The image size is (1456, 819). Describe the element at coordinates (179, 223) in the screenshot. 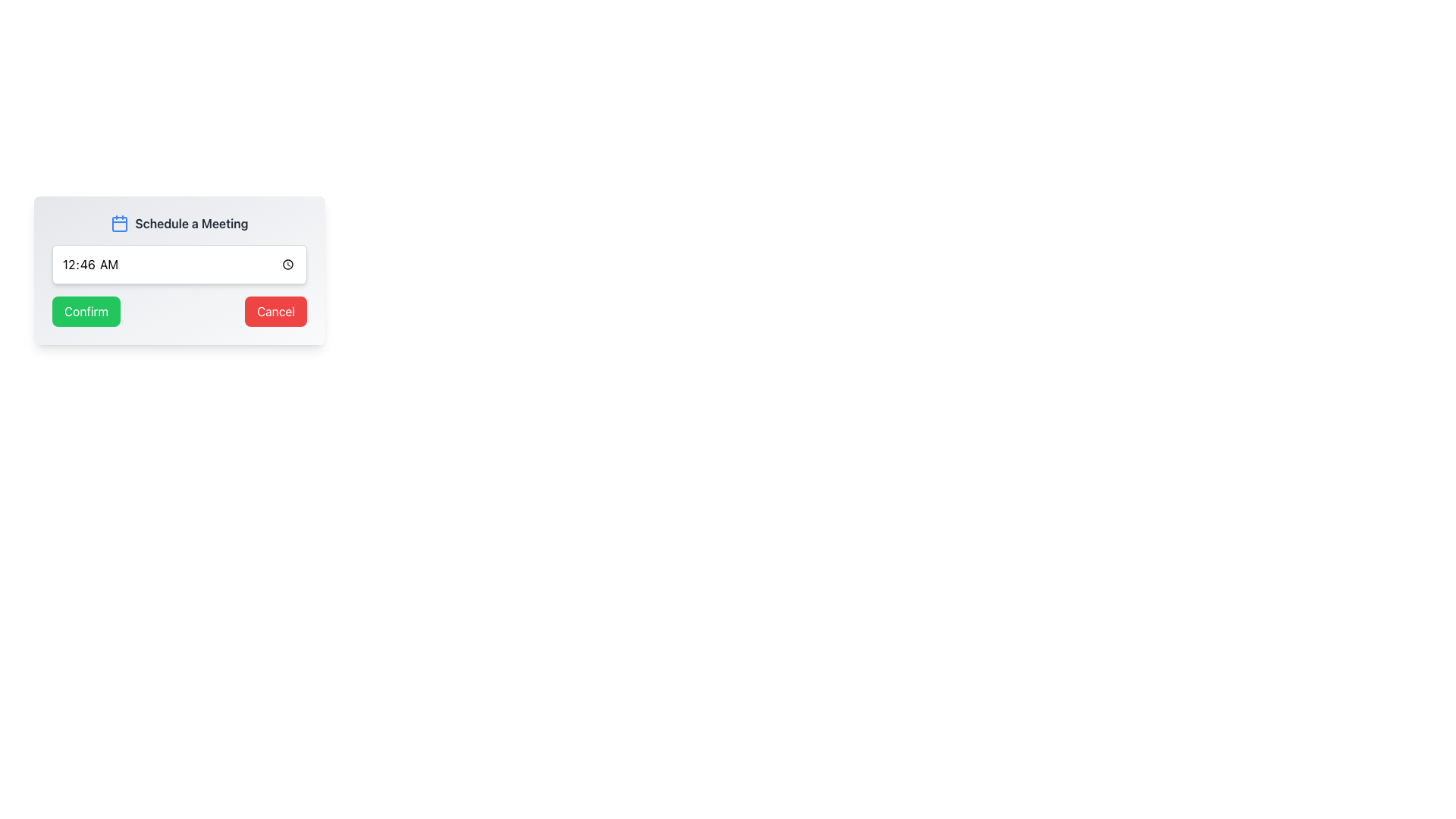

I see `the 'Schedule a Meeting' label which is styled in bold gray font with a blue calendar icon, located at the top center of the modal` at that location.